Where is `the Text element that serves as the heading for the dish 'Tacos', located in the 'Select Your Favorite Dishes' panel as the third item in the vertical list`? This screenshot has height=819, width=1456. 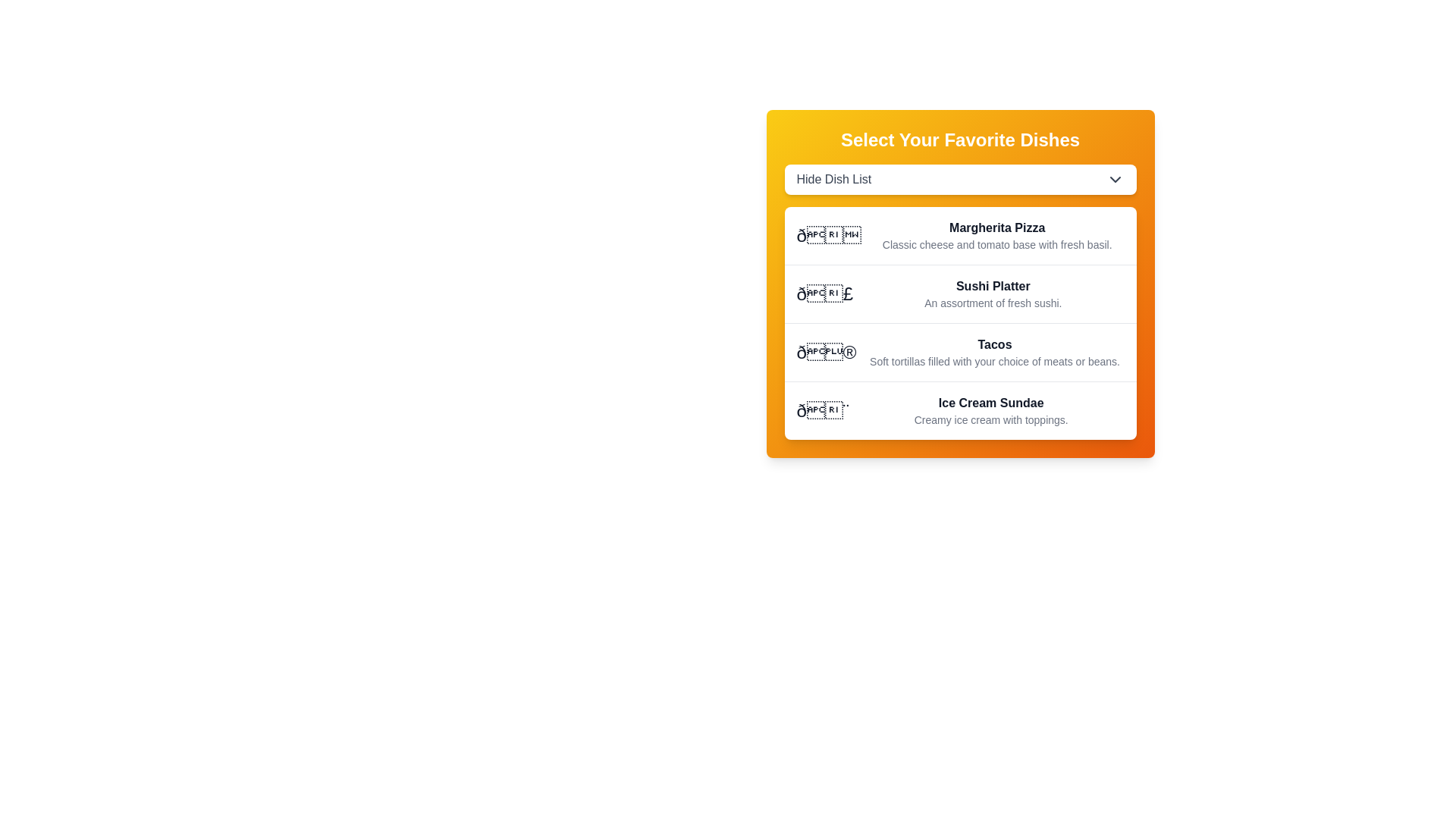
the Text element that serves as the heading for the dish 'Tacos', located in the 'Select Your Favorite Dishes' panel as the third item in the vertical list is located at coordinates (994, 345).